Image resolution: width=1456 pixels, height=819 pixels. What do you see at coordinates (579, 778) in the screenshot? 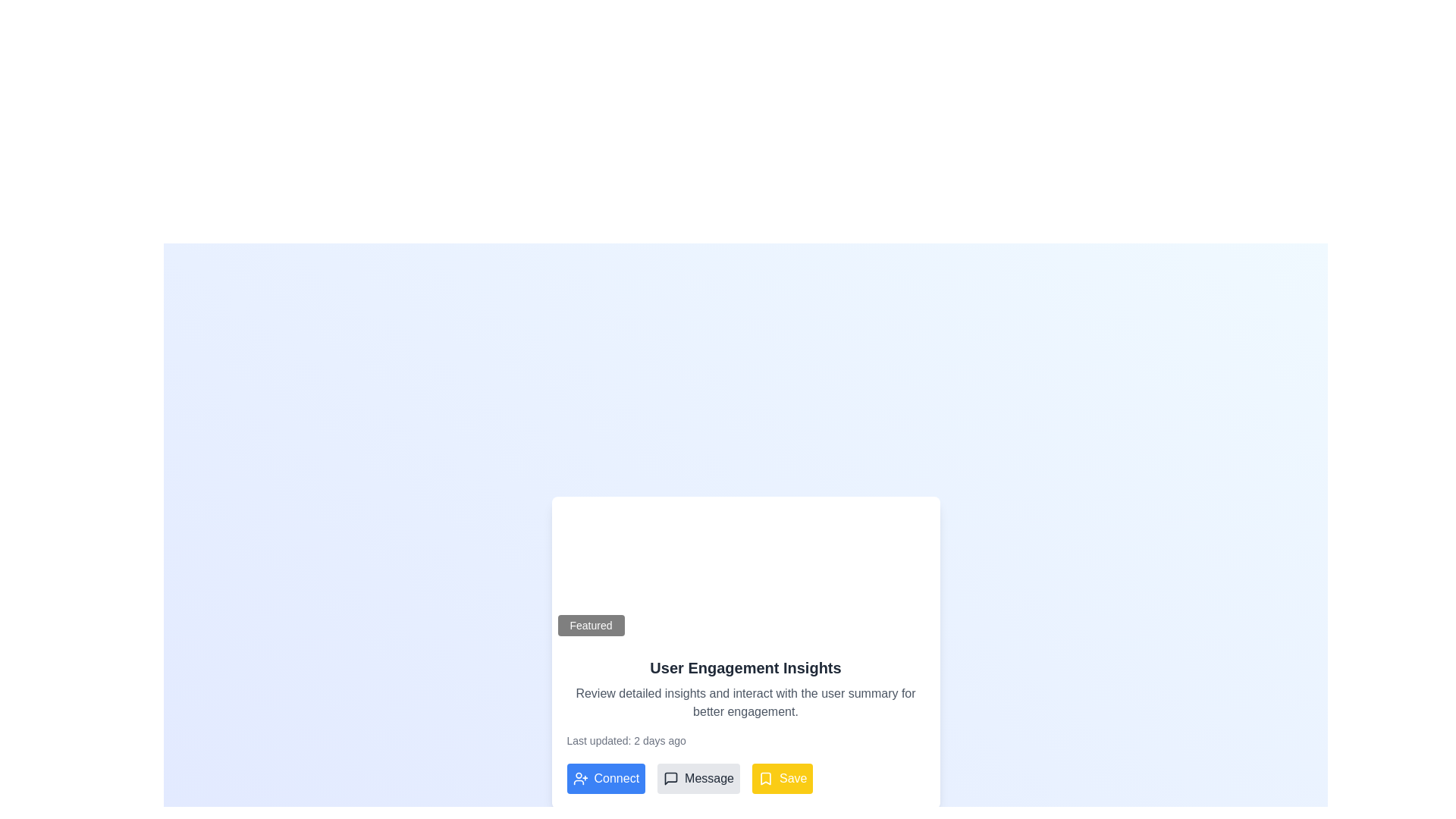
I see `the 'Connect' icon located inside the button at the bottom left of the card element` at bounding box center [579, 778].